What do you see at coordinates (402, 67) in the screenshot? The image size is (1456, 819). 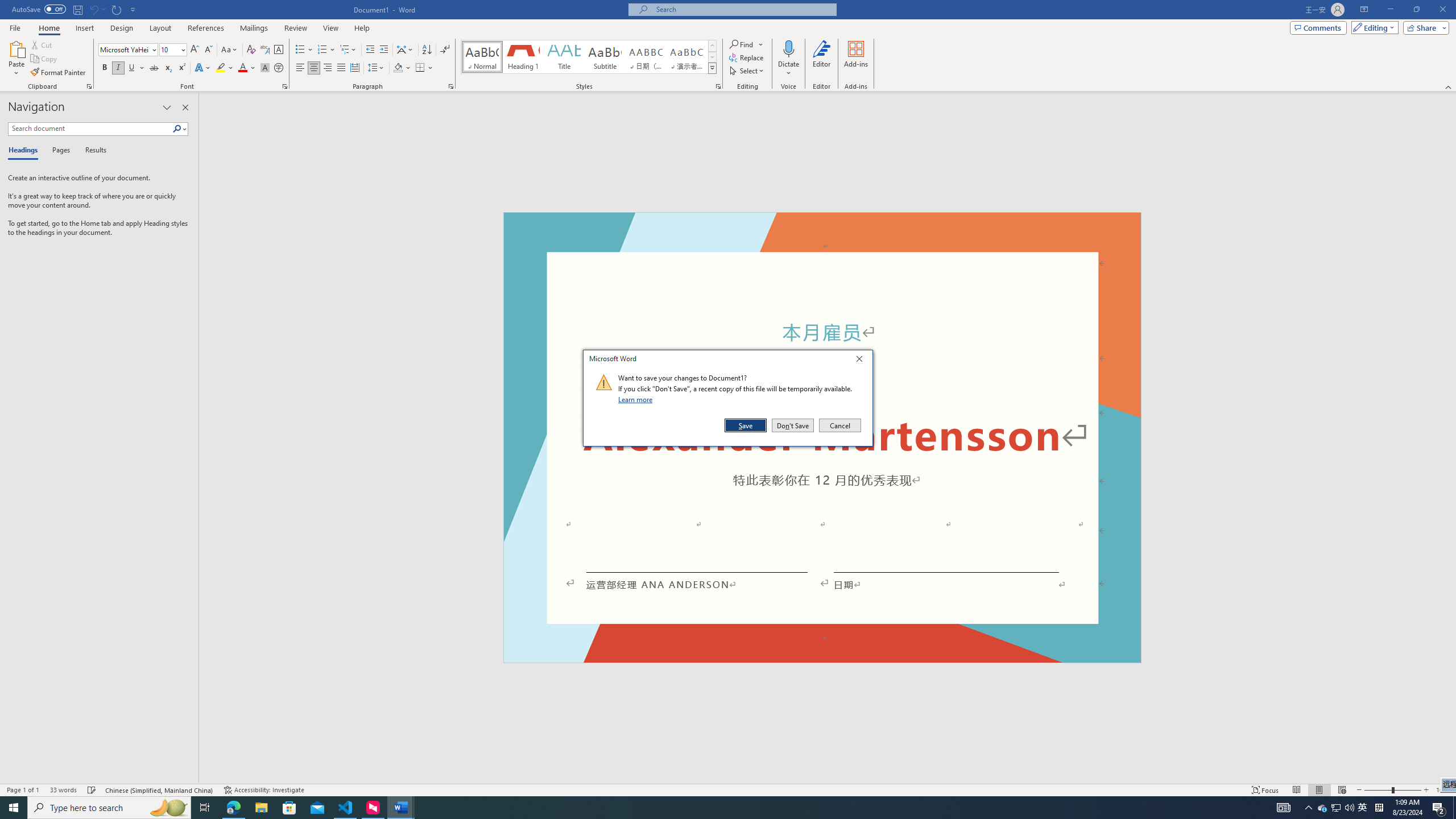 I see `'Shading'` at bounding box center [402, 67].